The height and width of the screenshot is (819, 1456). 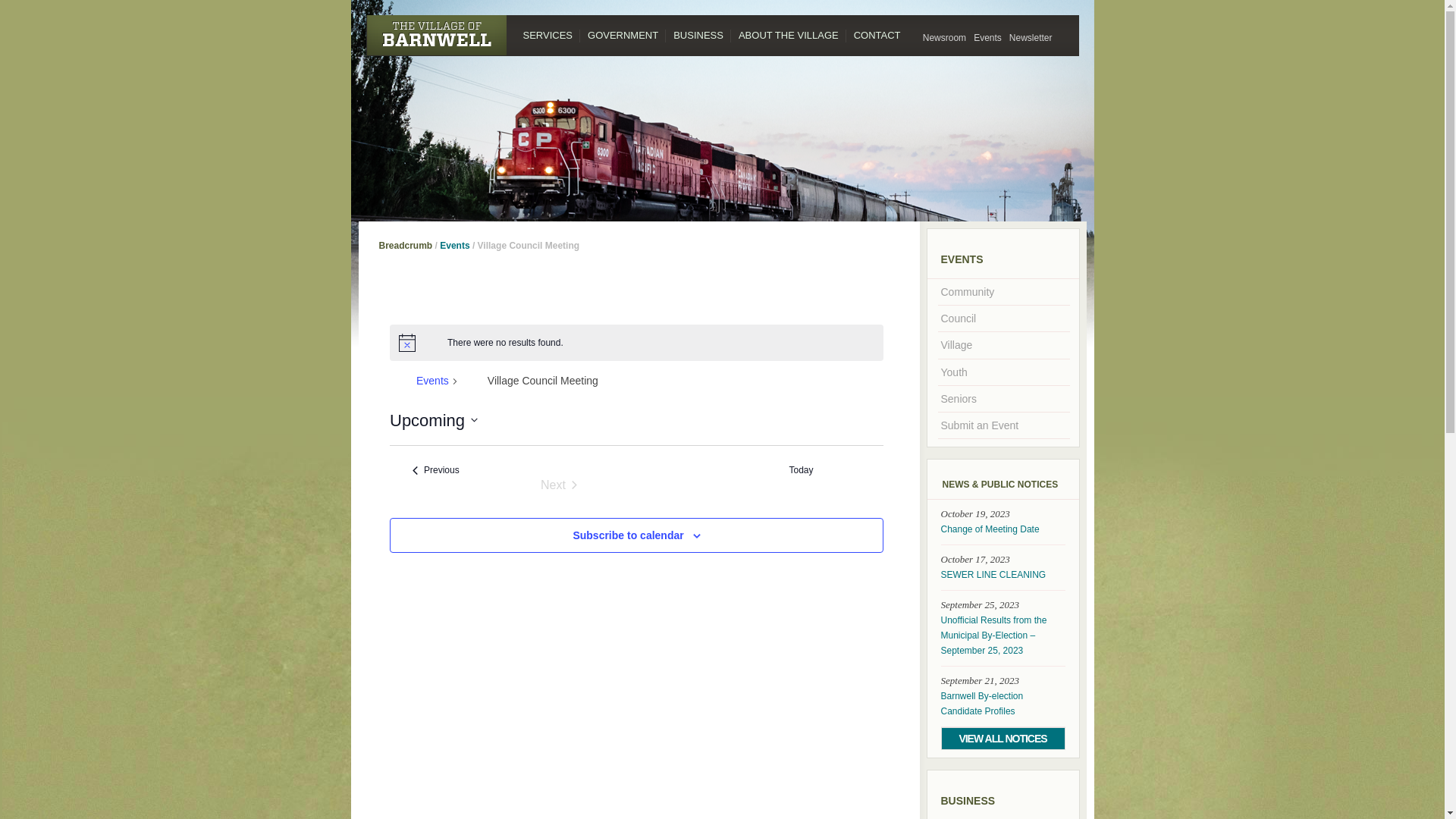 I want to click on 'ABOUT THE VILLAGE', so click(x=731, y=34).